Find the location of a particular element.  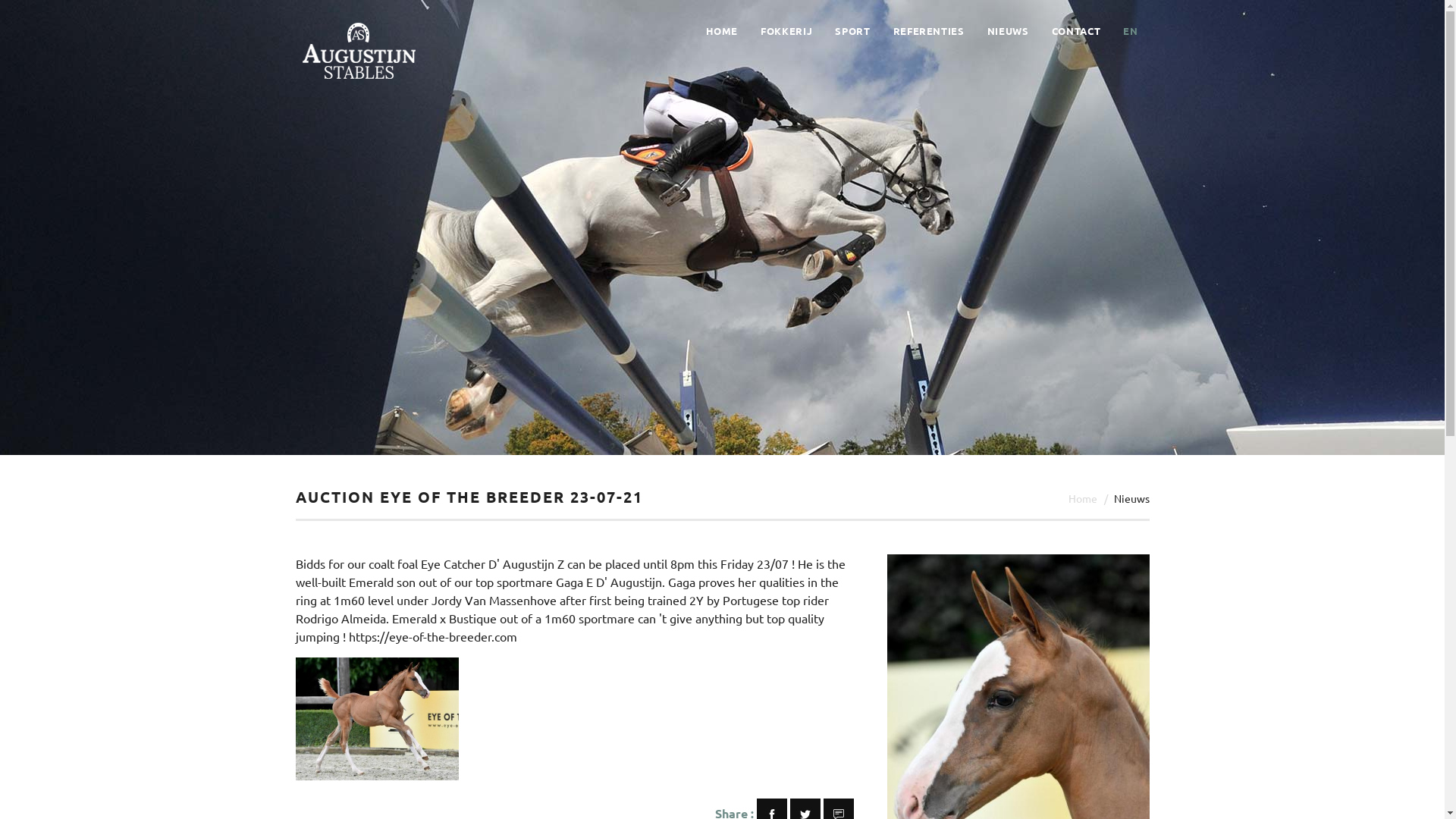

'EN' is located at coordinates (1130, 31).